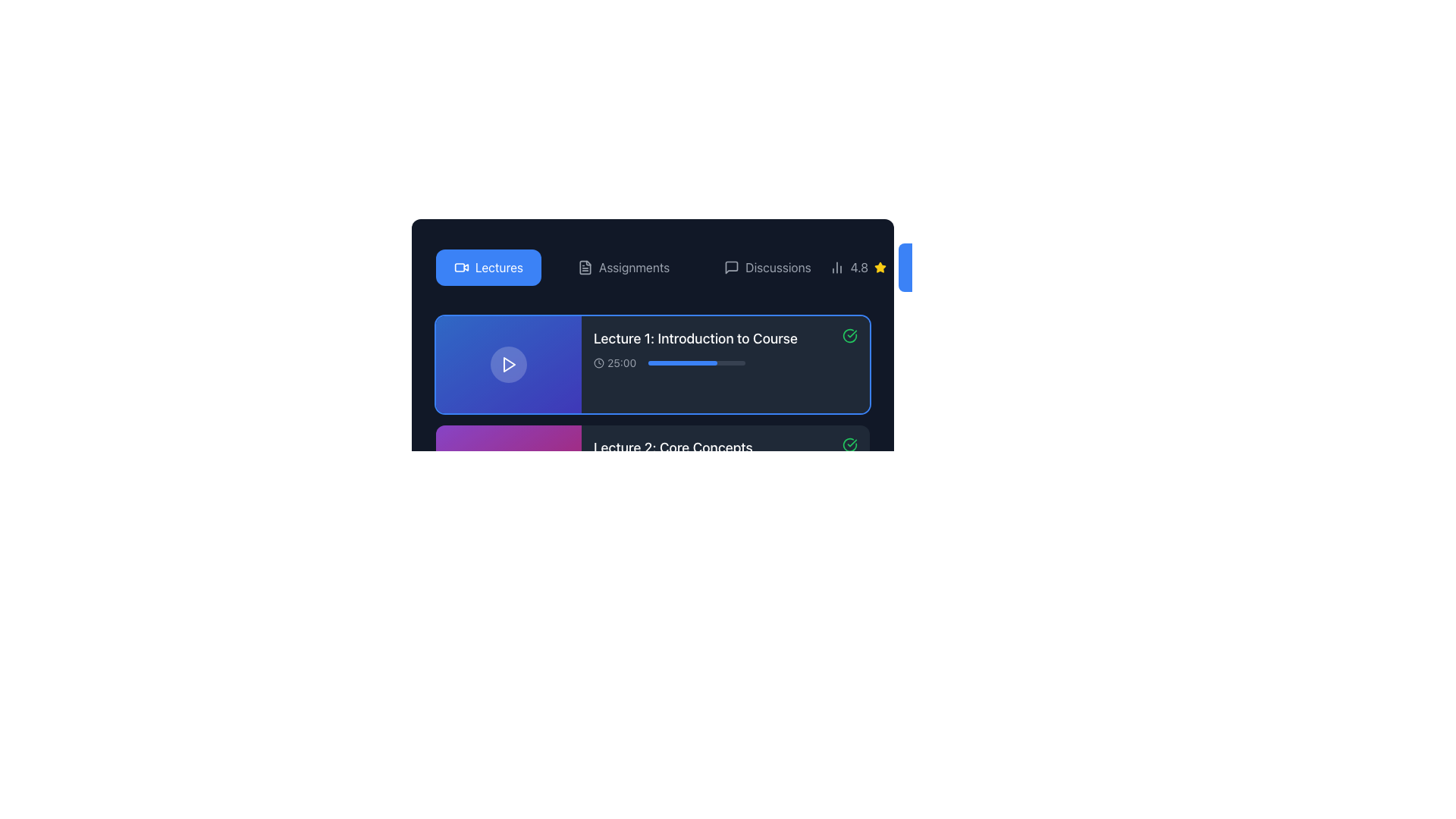  I want to click on the vertical bar chart icon with a minimalistic outline design located on the right side of the top bar, to the left of the numerical rating display '4.8', so click(836, 267).